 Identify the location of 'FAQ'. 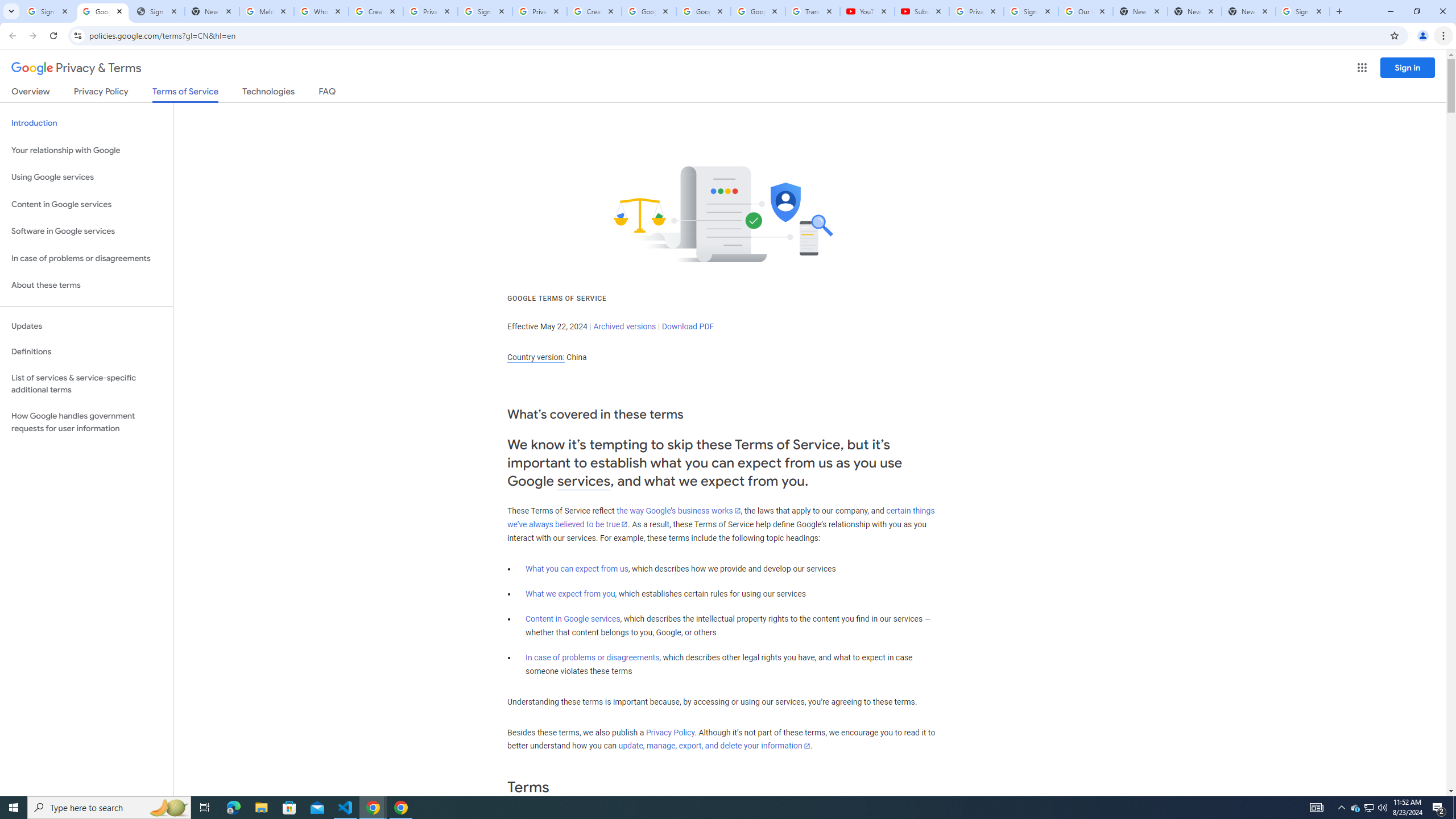
(327, 93).